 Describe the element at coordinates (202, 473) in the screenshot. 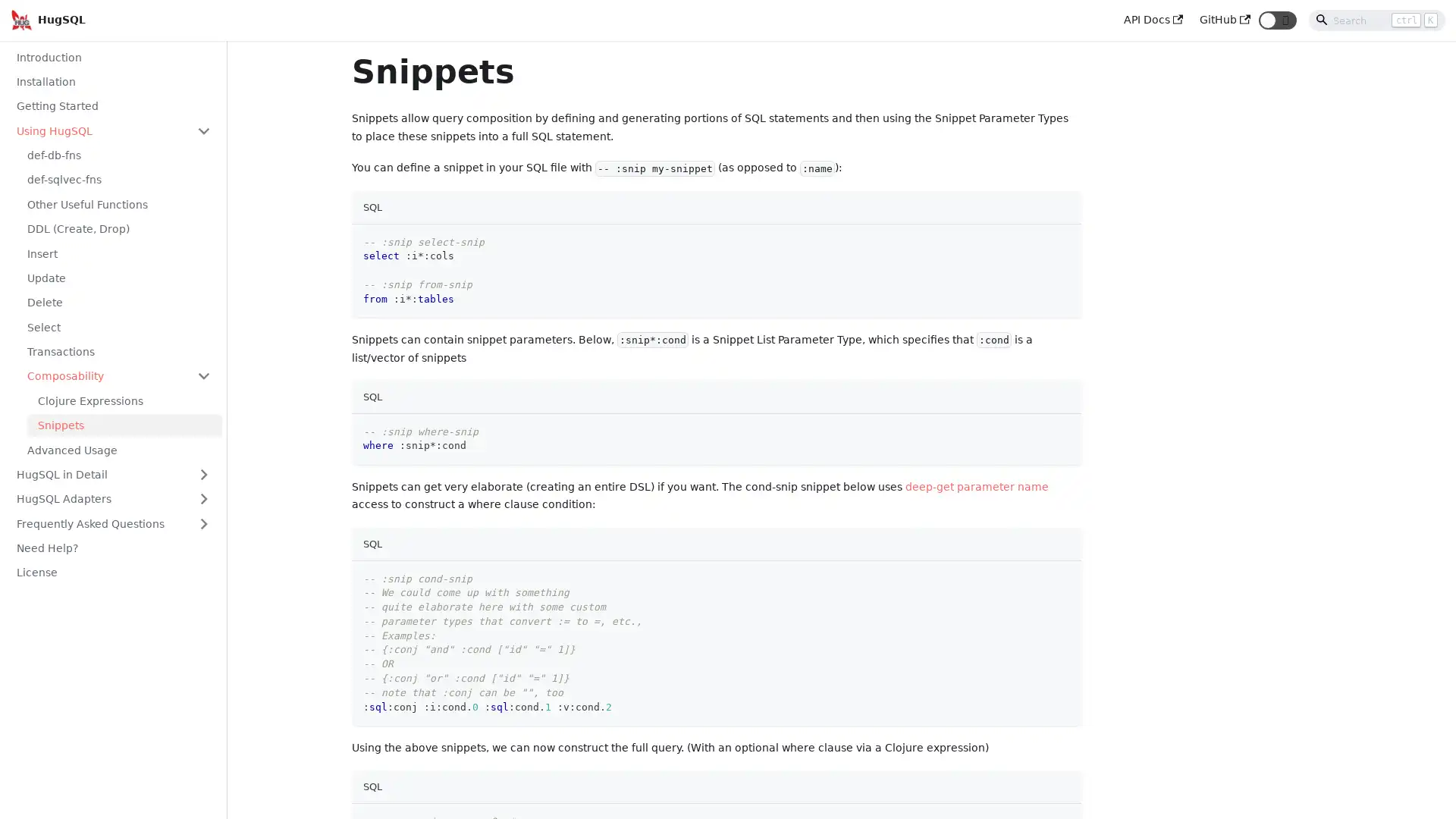

I see `Toggle the collapsible sidebar category 'HugSQL in Detail'` at that location.